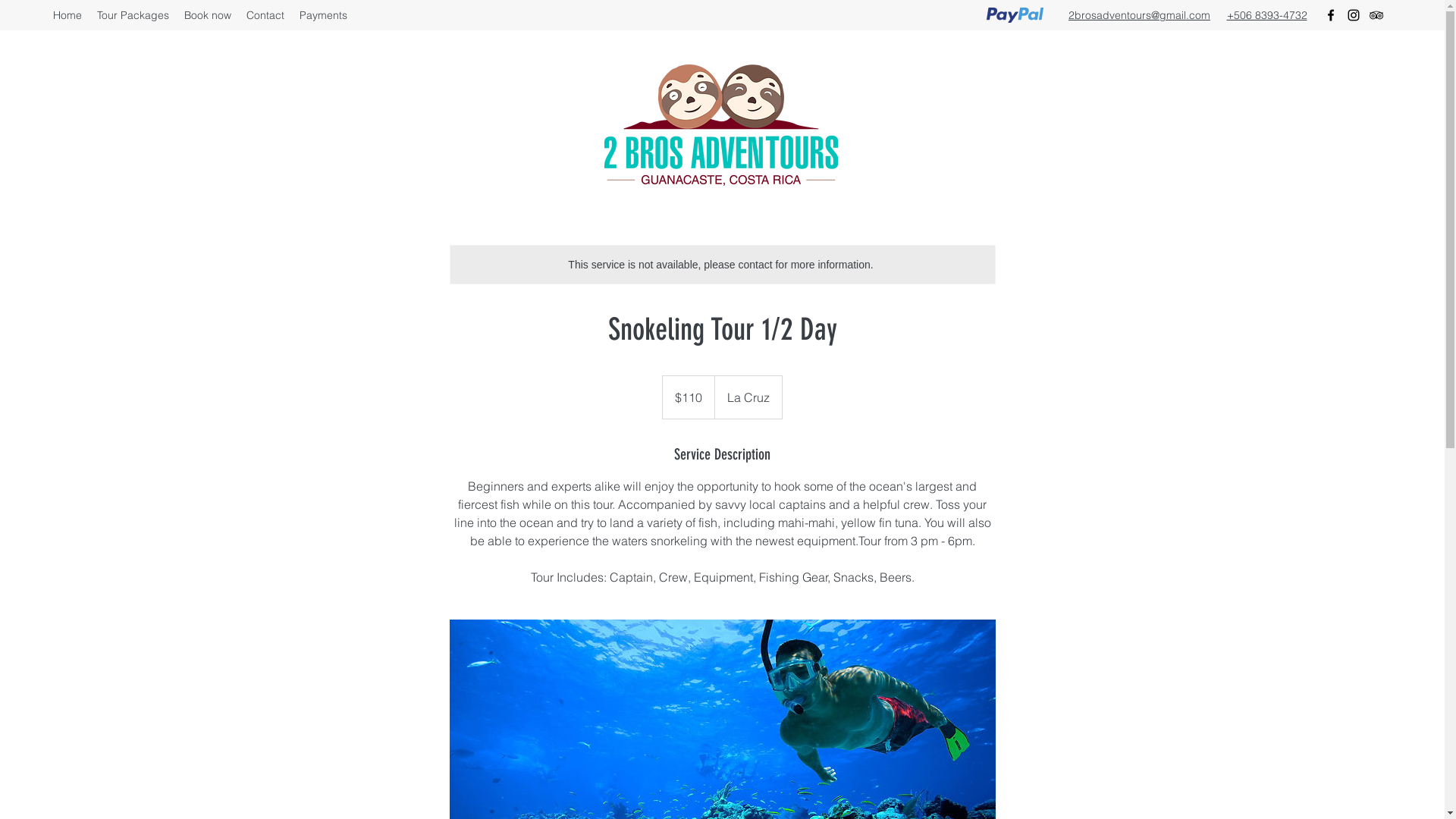  I want to click on 'Home', so click(67, 14).